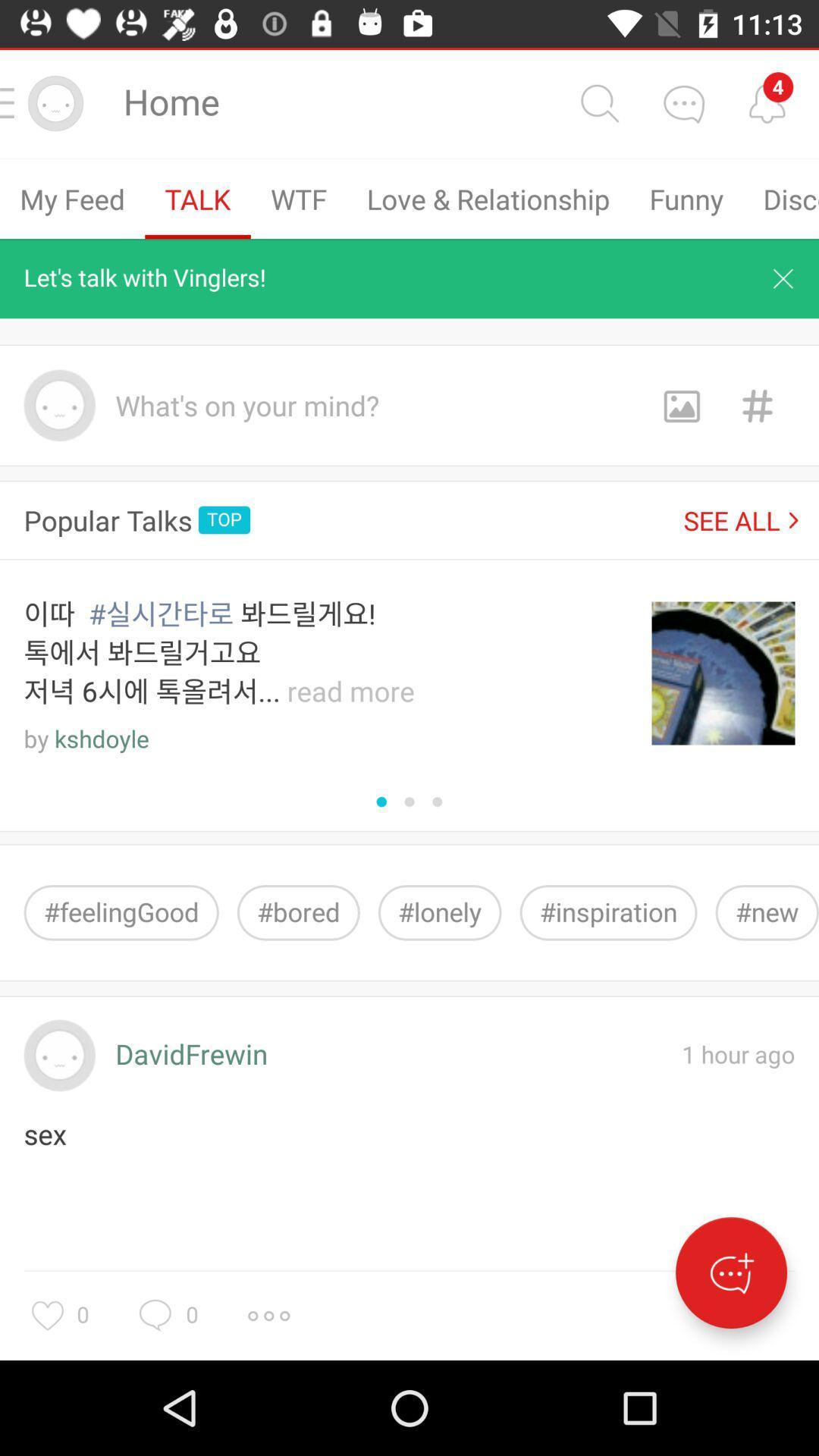  Describe the element at coordinates (298, 912) in the screenshot. I see `#bored` at that location.